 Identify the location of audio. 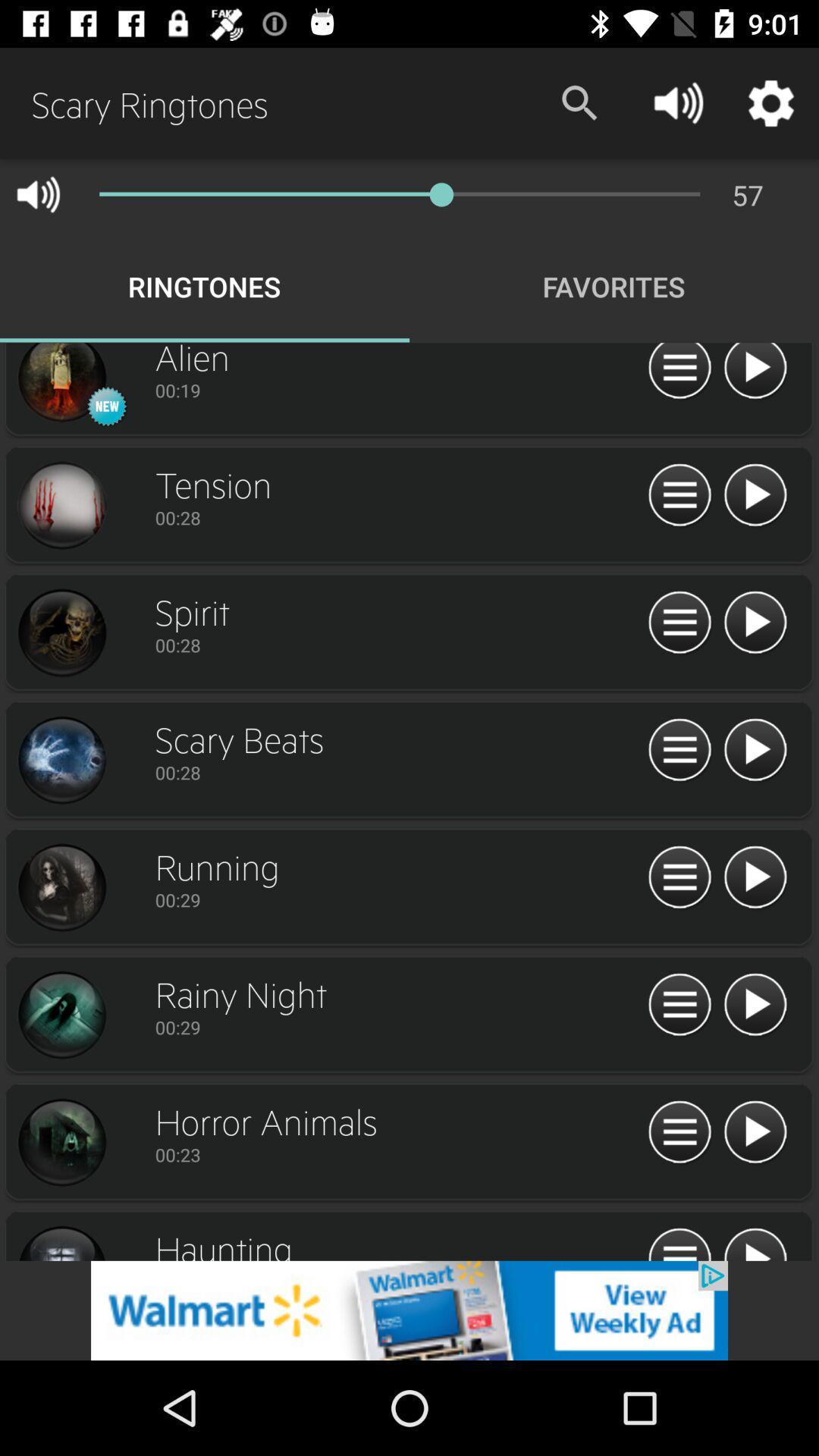
(755, 1242).